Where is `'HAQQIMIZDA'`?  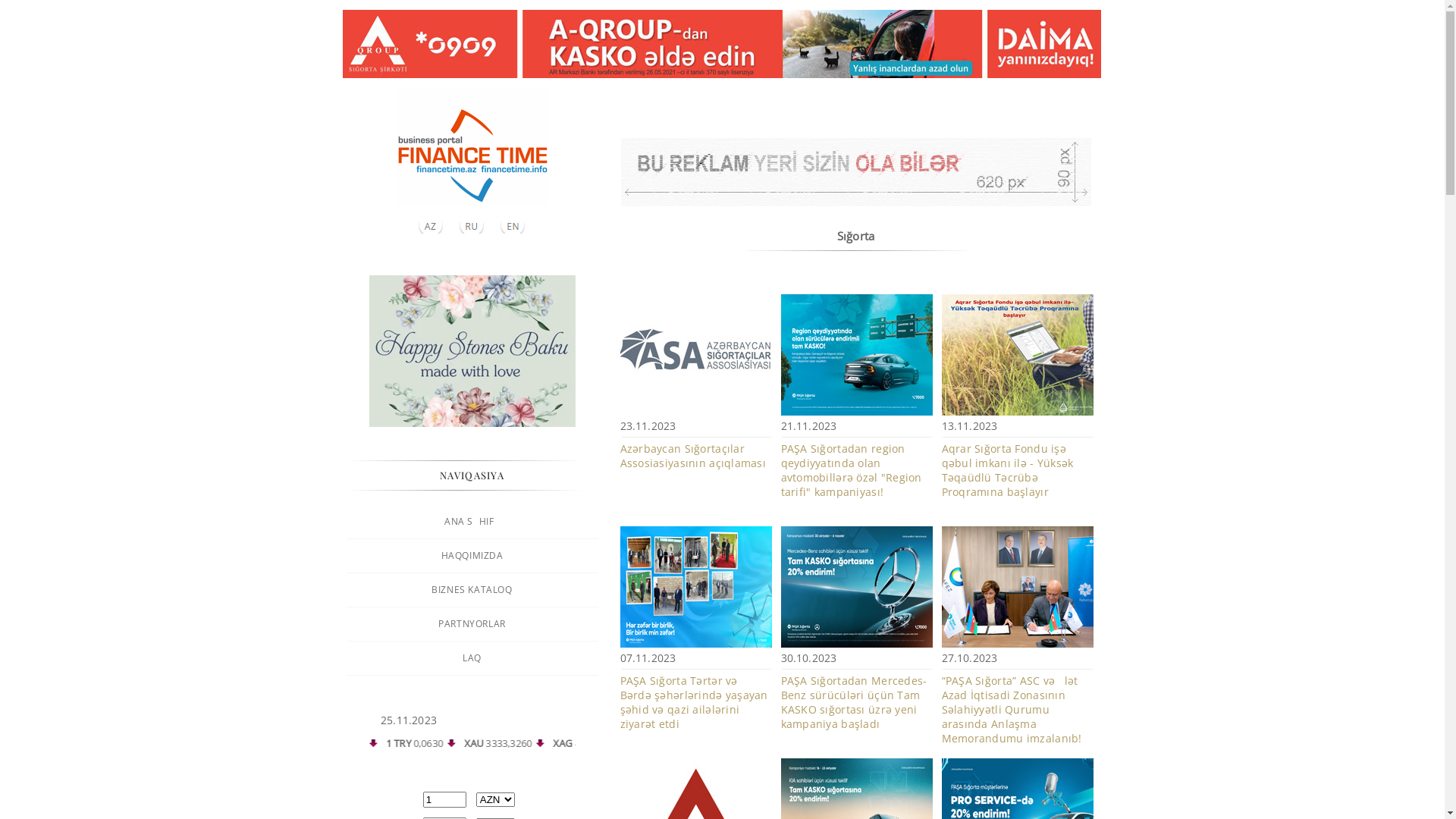
'HAQQIMIZDA' is located at coordinates (471, 555).